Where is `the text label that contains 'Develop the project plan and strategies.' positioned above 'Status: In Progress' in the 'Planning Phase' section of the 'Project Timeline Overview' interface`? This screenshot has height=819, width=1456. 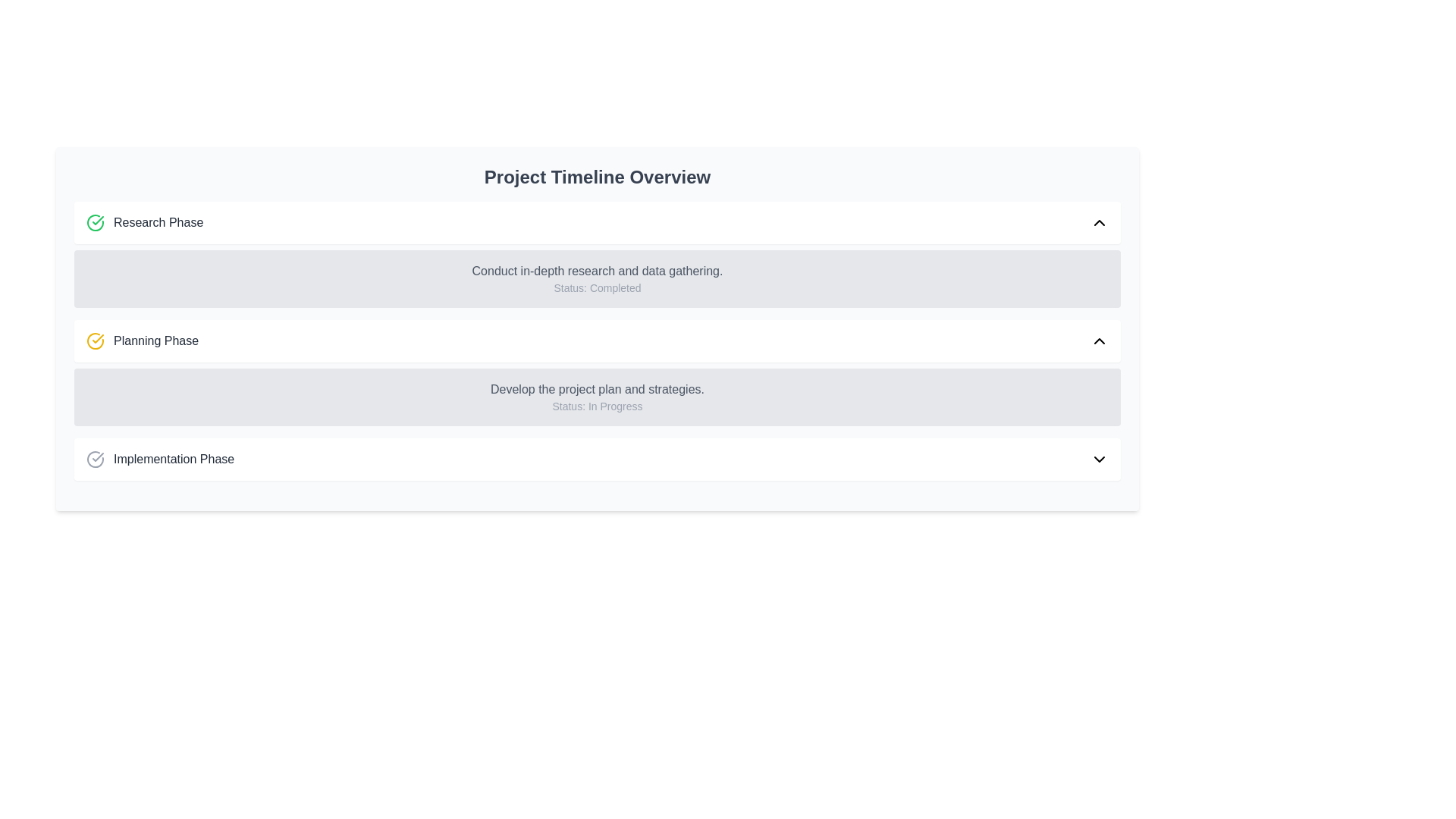
the text label that contains 'Develop the project plan and strategies.' positioned above 'Status: In Progress' in the 'Planning Phase' section of the 'Project Timeline Overview' interface is located at coordinates (596, 388).